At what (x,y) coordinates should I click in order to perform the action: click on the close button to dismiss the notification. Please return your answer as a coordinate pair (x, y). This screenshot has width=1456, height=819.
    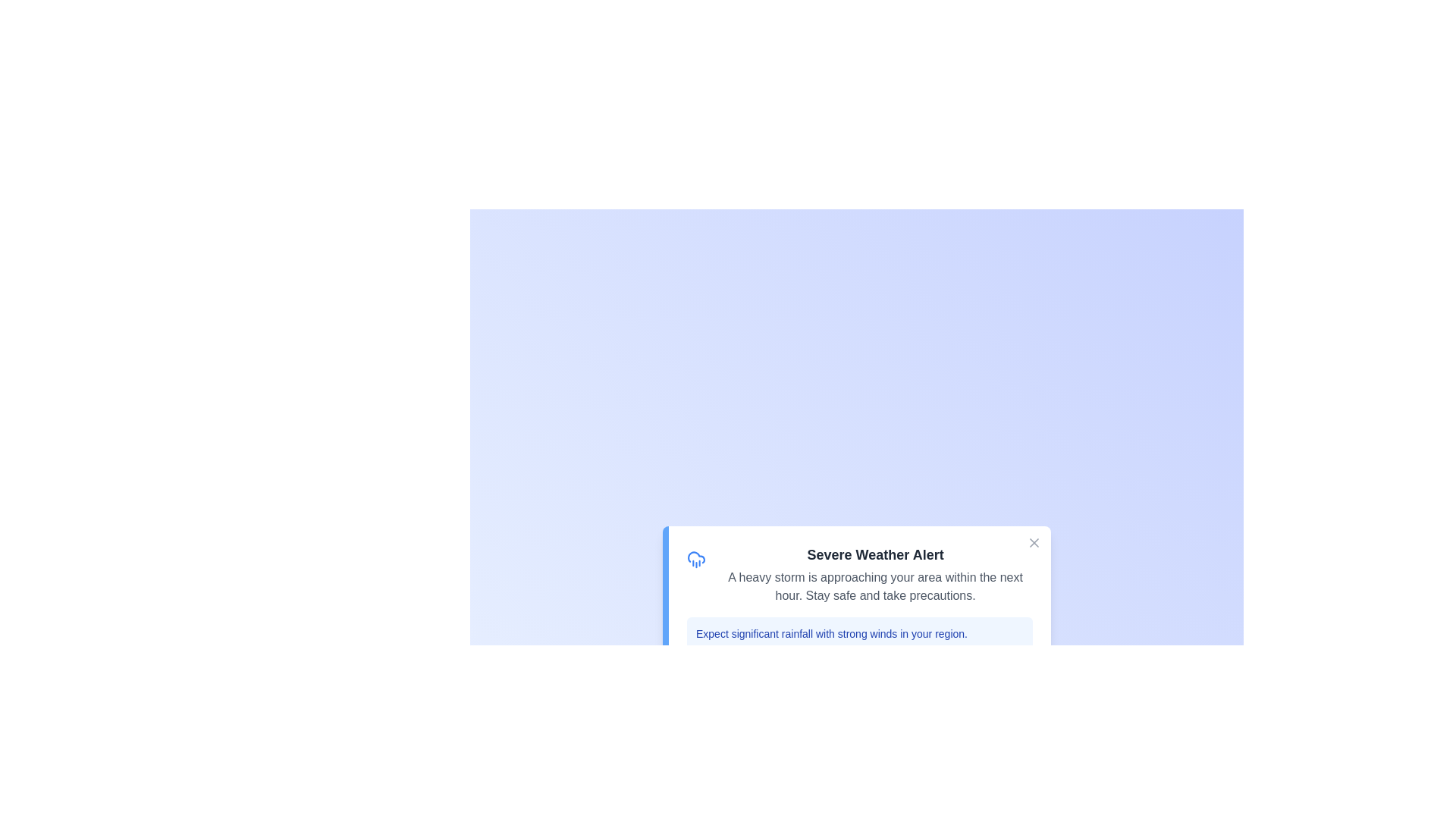
    Looking at the image, I should click on (1033, 542).